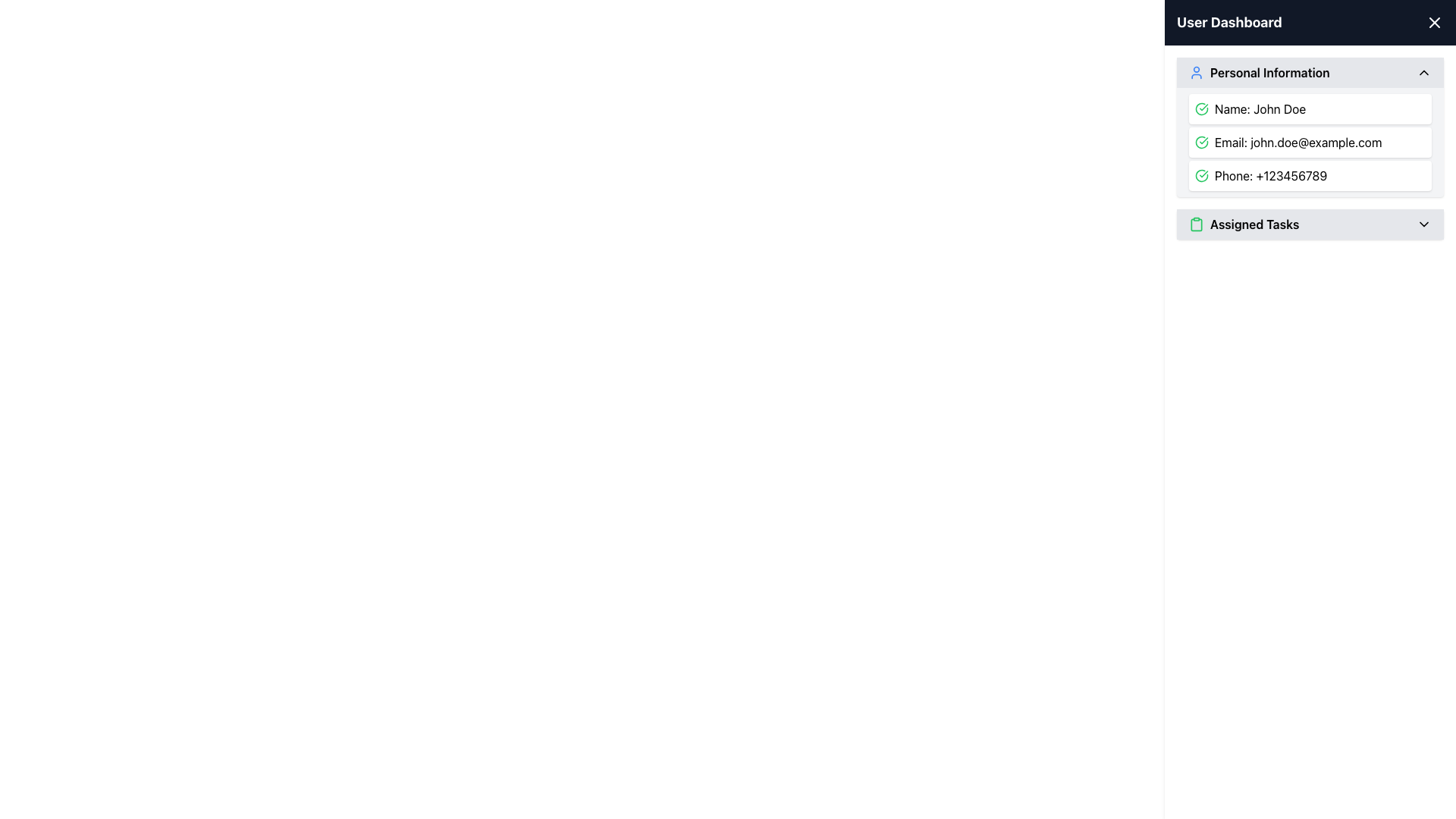  What do you see at coordinates (1433, 23) in the screenshot?
I see `the diagonal cross icon in the top right corner of the 'User Dashboard' header` at bounding box center [1433, 23].